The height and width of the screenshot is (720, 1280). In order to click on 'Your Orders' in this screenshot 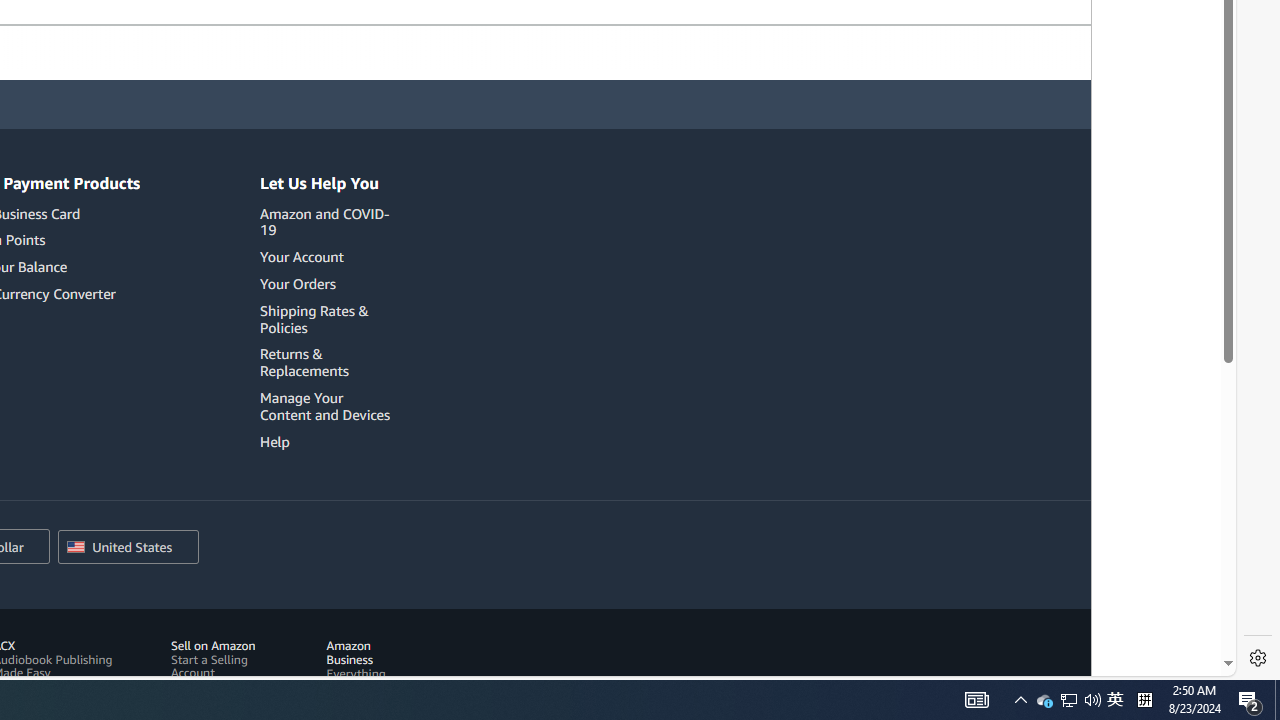, I will do `click(328, 284)`.